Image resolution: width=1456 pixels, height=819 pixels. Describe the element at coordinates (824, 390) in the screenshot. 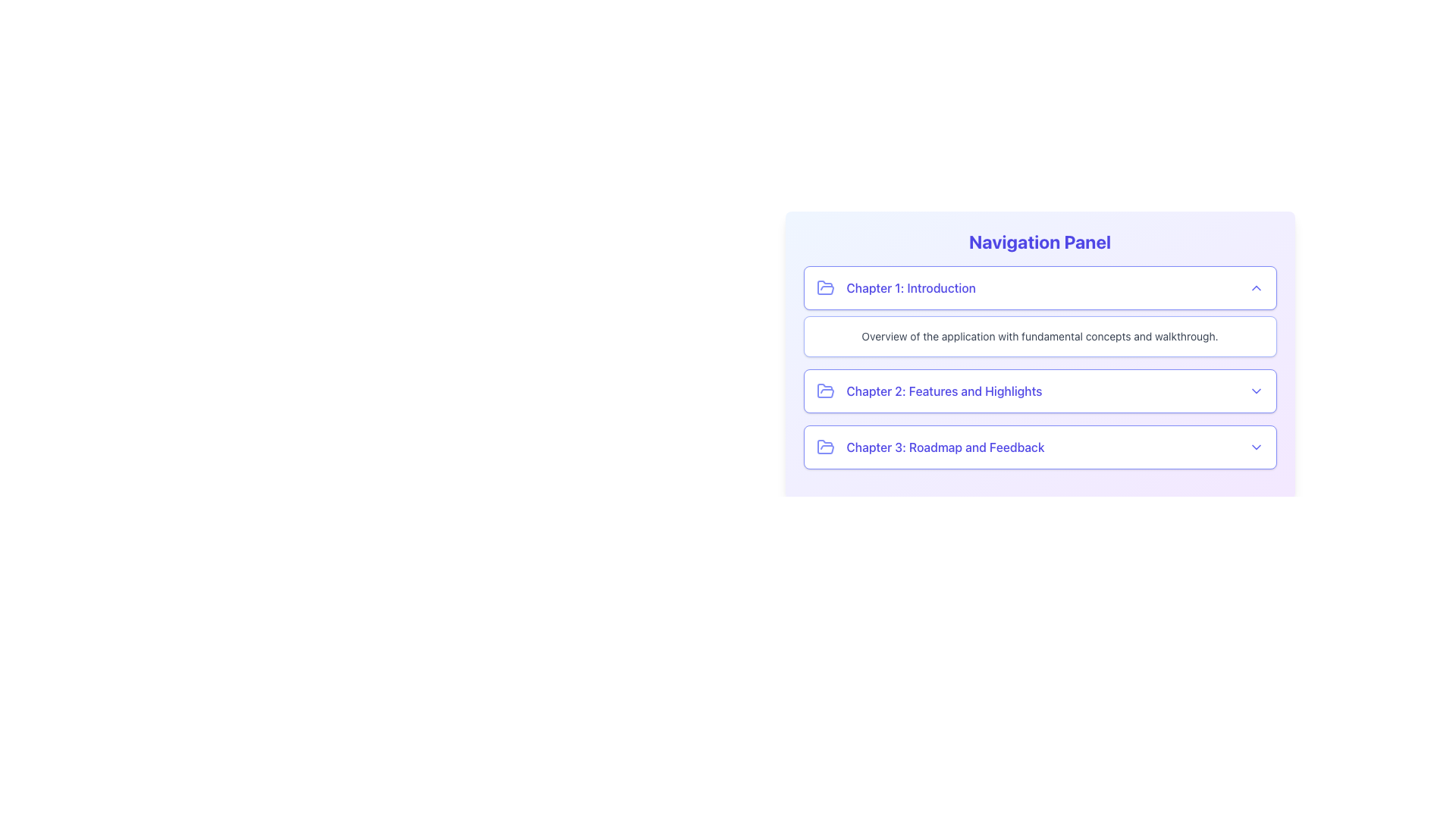

I see `the blue outlined folder icon located on the navigation panel, which is positioned to the left of the 'Chapter 2: Features and Highlights' text` at that location.